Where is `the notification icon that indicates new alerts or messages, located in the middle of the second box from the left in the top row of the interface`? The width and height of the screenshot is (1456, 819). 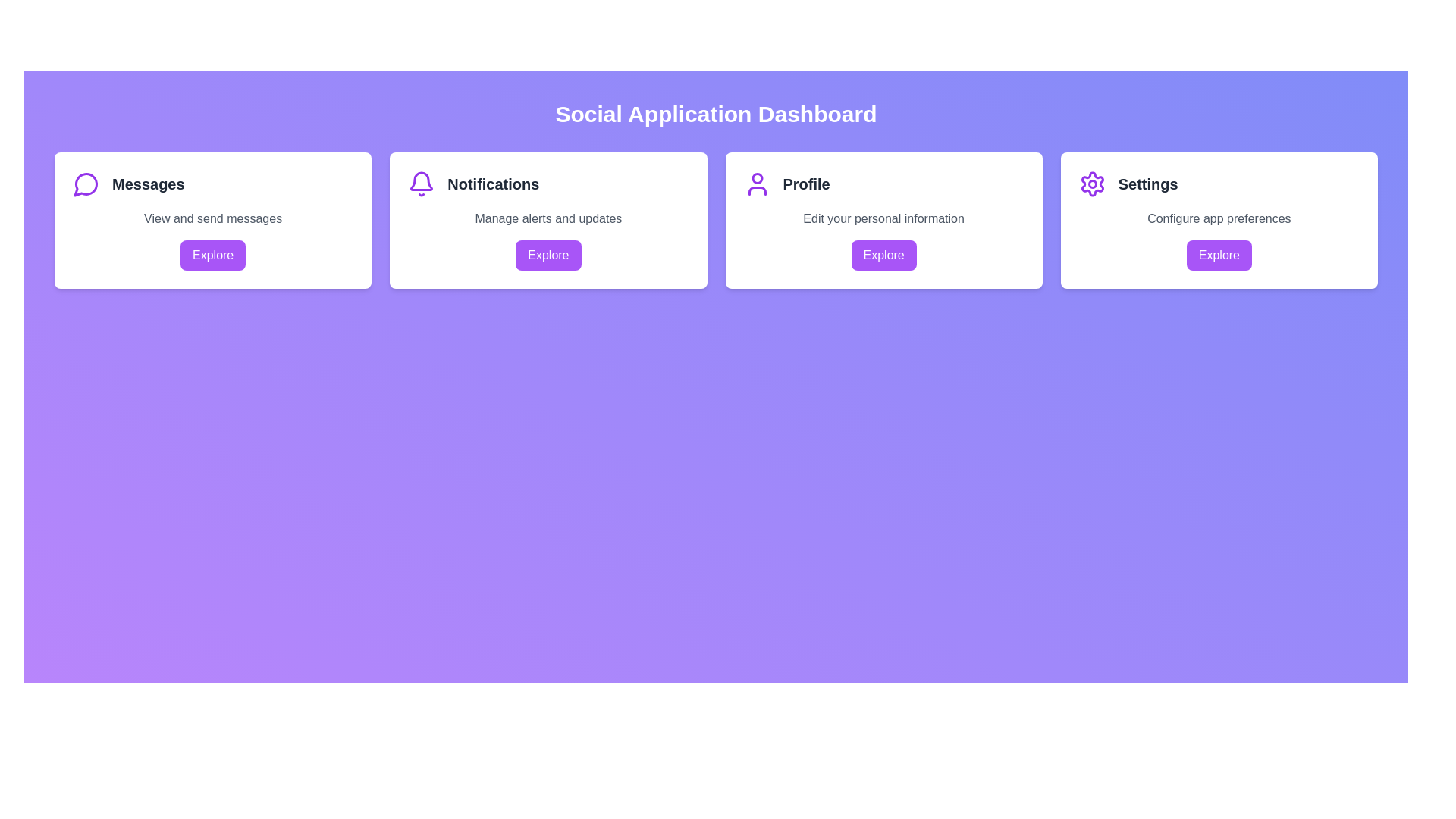 the notification icon that indicates new alerts or messages, located in the middle of the second box from the left in the top row of the interface is located at coordinates (422, 184).